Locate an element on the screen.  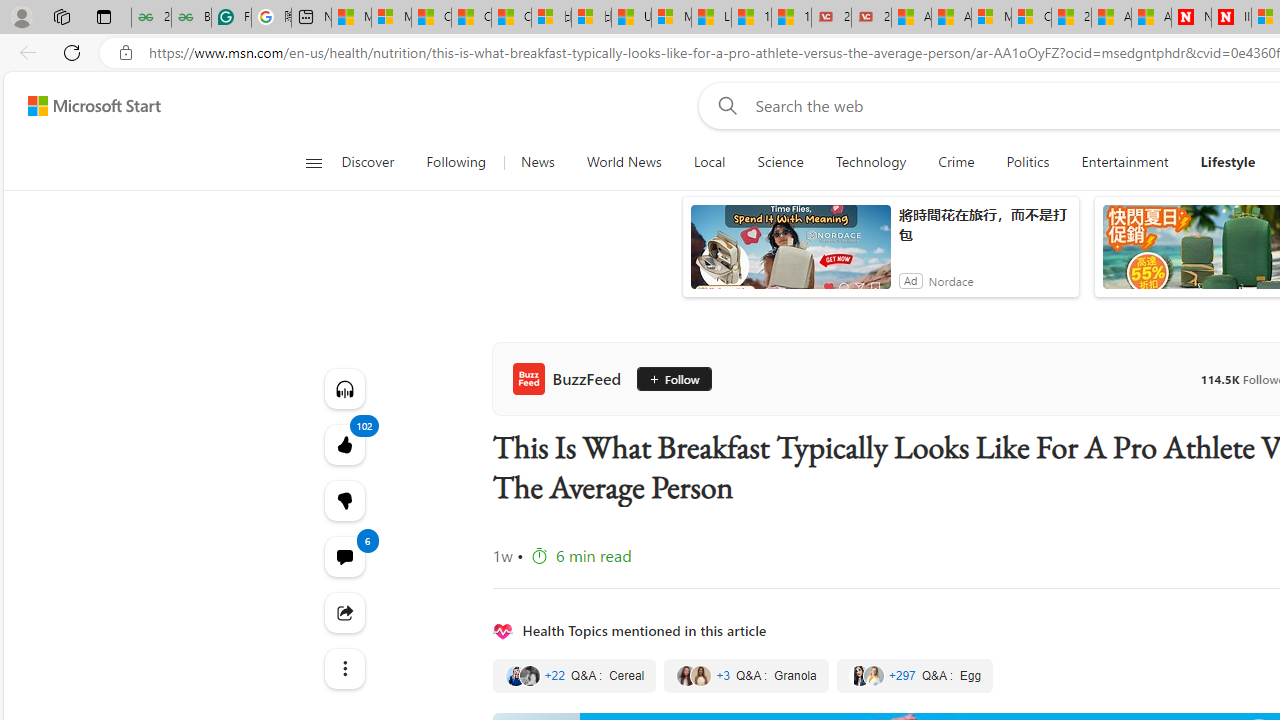
'Lifestyle - MSN' is located at coordinates (711, 17).